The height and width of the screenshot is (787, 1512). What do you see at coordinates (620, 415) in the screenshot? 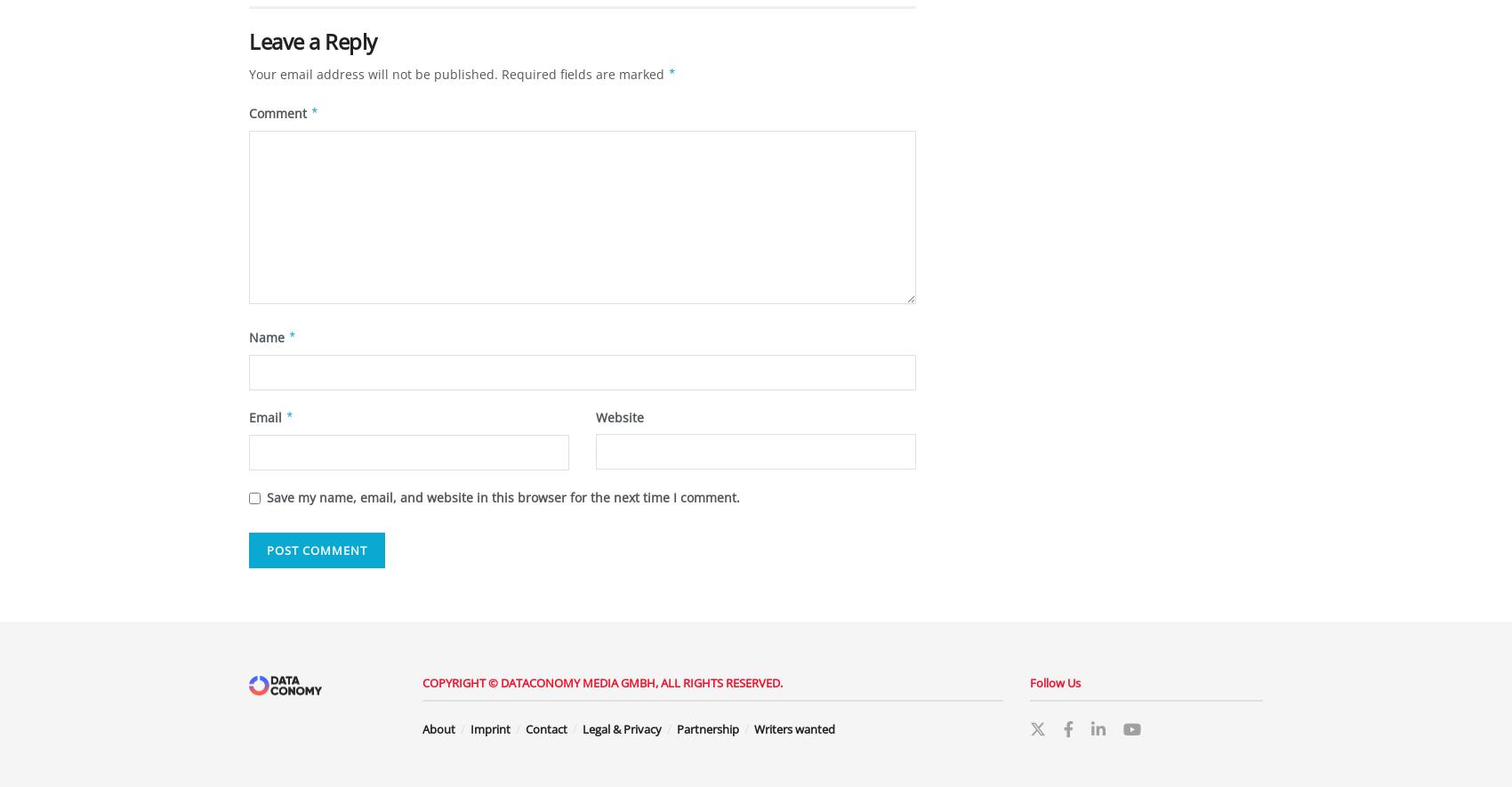
I see `'Website'` at bounding box center [620, 415].